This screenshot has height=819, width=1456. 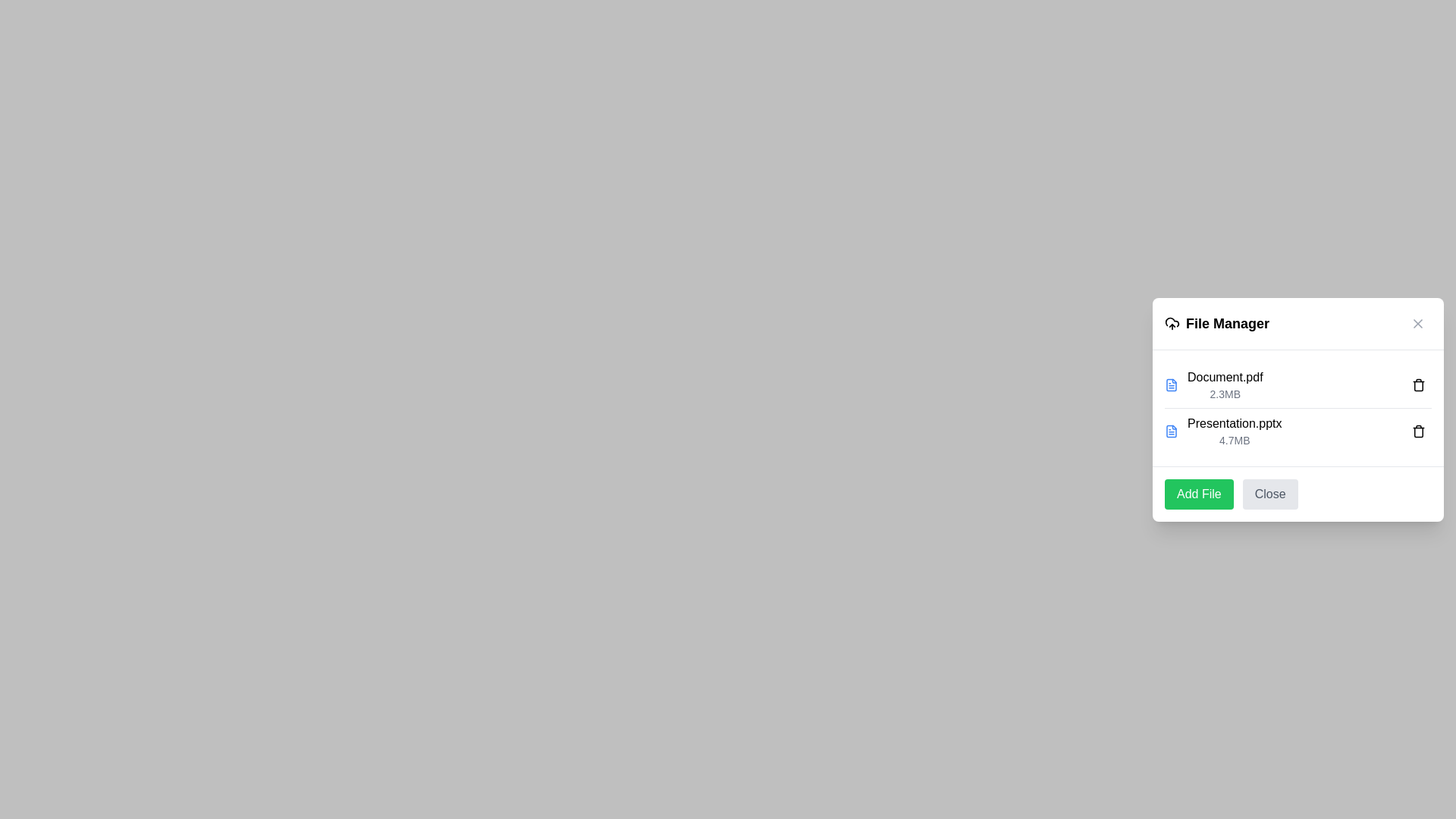 What do you see at coordinates (1171, 322) in the screenshot?
I see `the upload icon located to the left of the 'File Manager' heading in the title bar of the modal` at bounding box center [1171, 322].